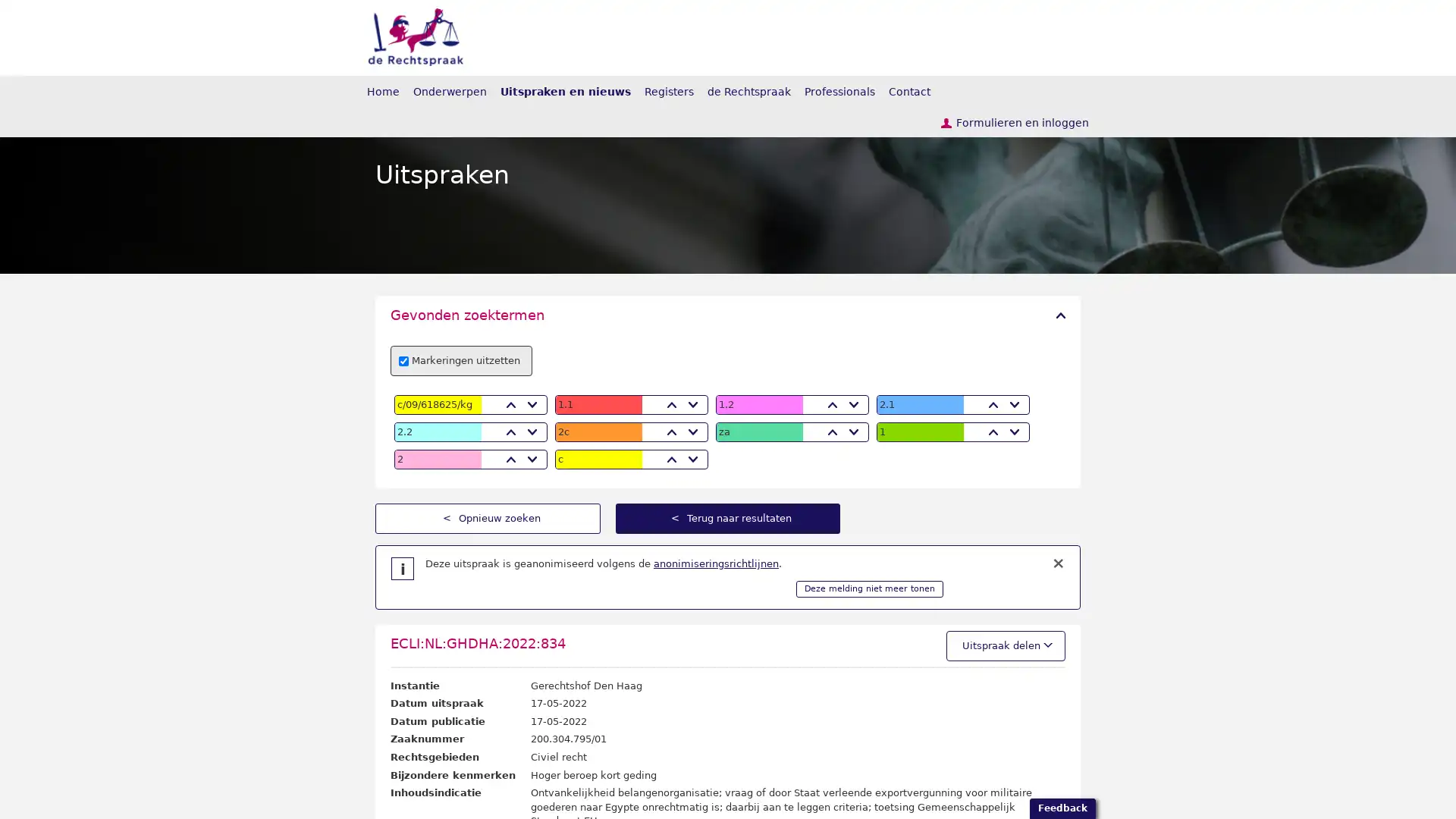  Describe the element at coordinates (510, 431) in the screenshot. I see `Vorige zoek term` at that location.